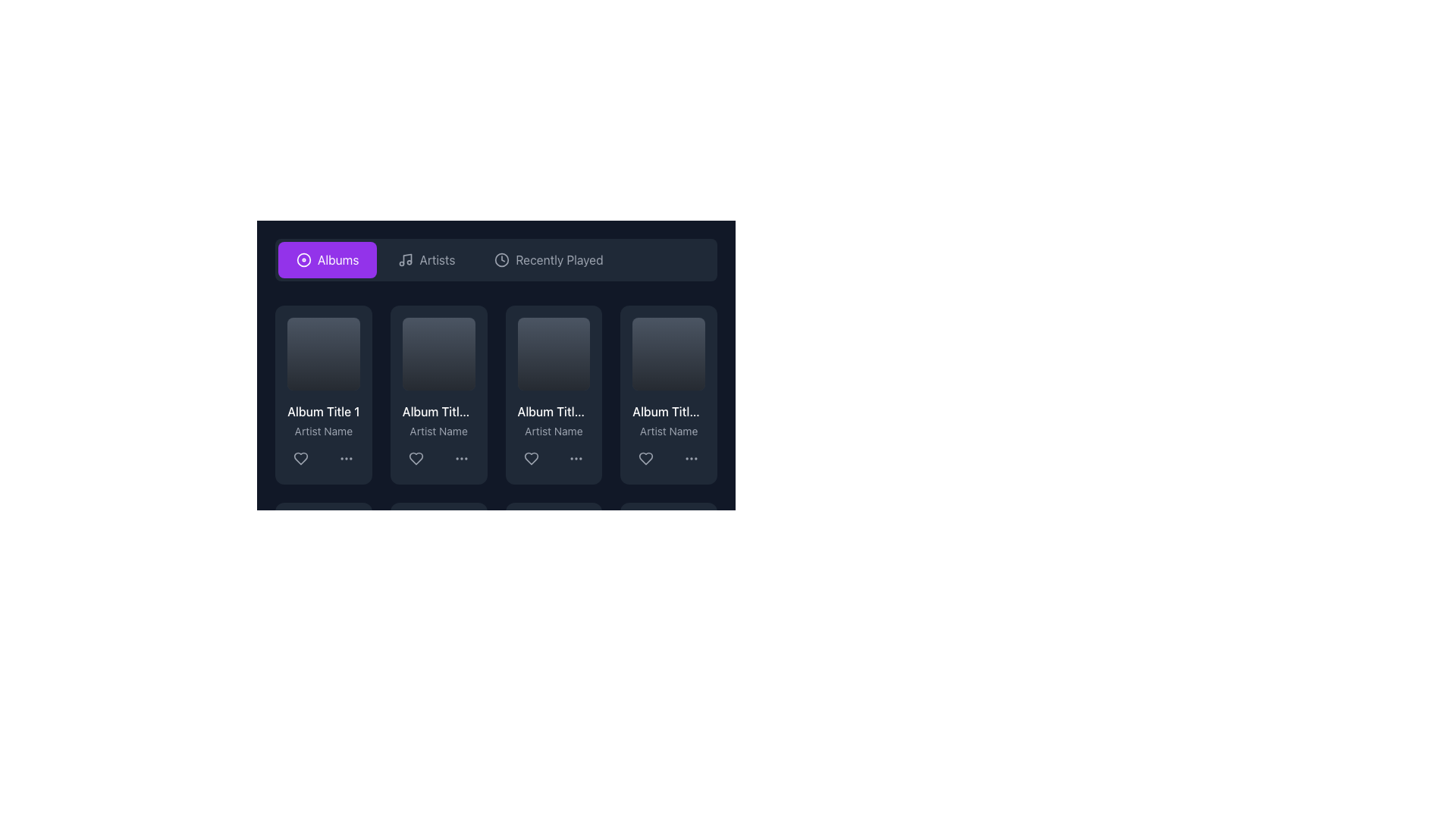 The height and width of the screenshot is (819, 1456). What do you see at coordinates (345, 457) in the screenshot?
I see `the ellipsis icon button located in the bottom-right corner of the first album card` at bounding box center [345, 457].